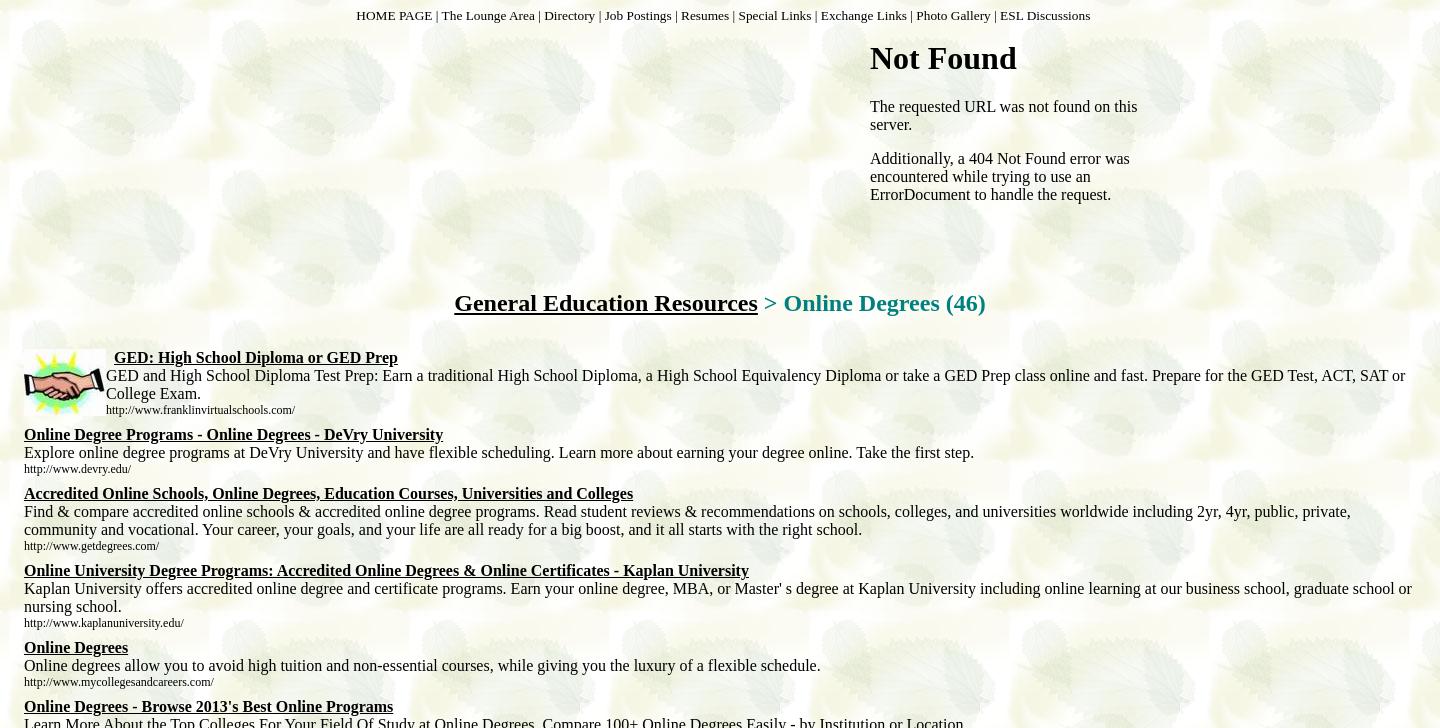 This screenshot has width=1440, height=728. I want to click on 'Explore online degree programs at DeVry University and have flexible scheduling. Learn more about earning your degree online. Take the first step.', so click(497, 452).